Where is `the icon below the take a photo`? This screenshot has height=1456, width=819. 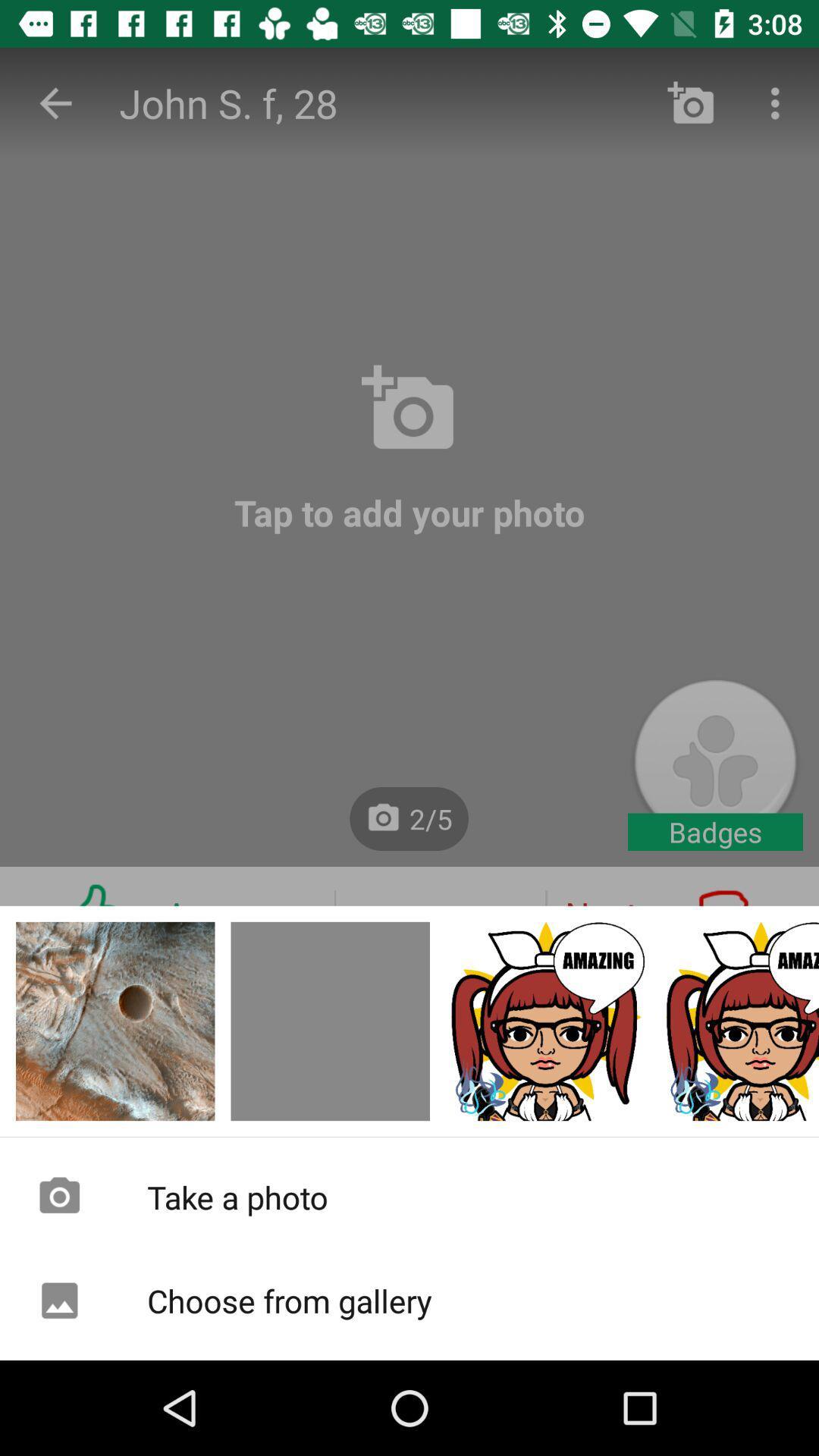
the icon below the take a photo is located at coordinates (409, 1300).